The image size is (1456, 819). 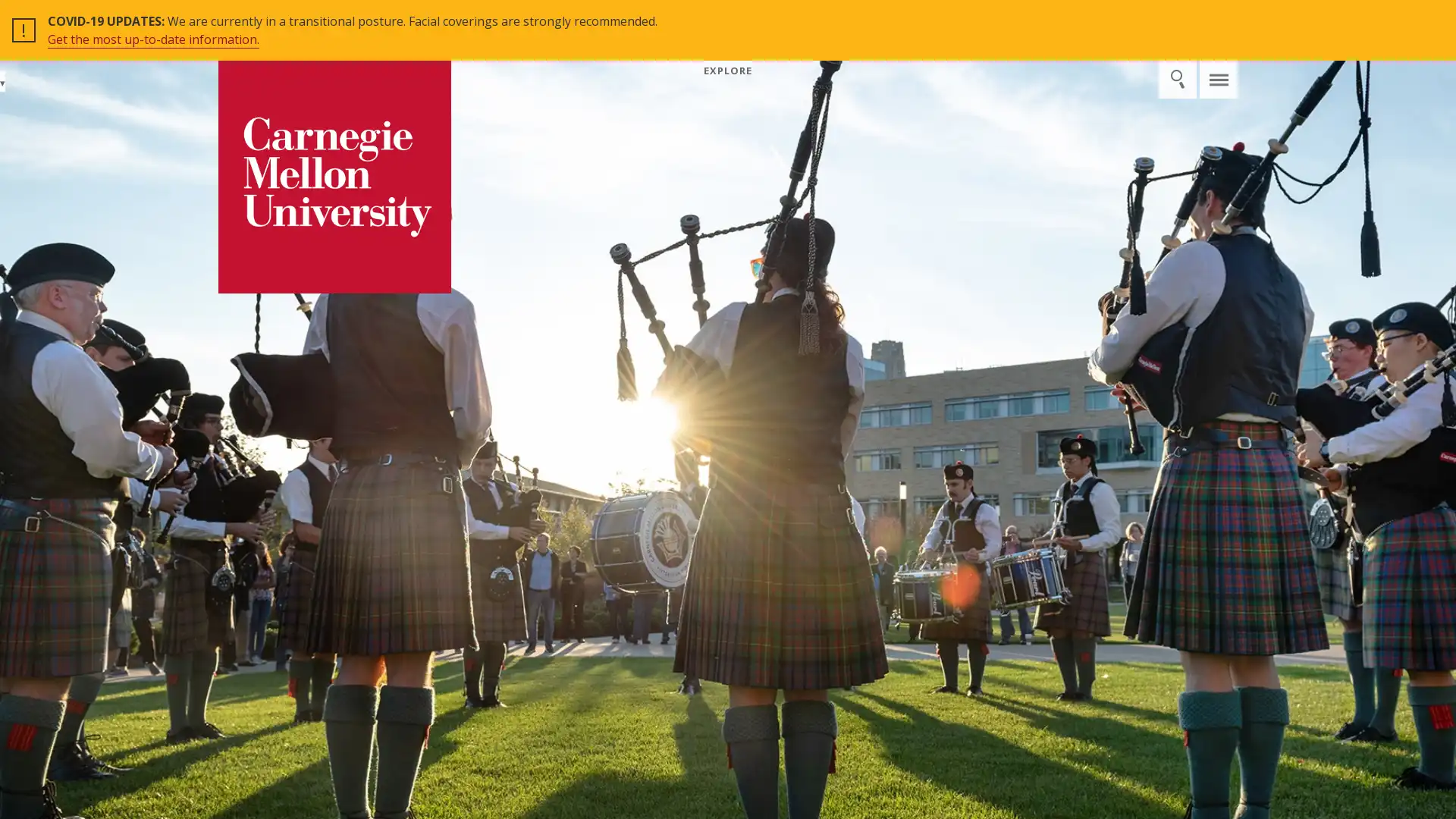 I want to click on Search, so click(x=1176, y=79).